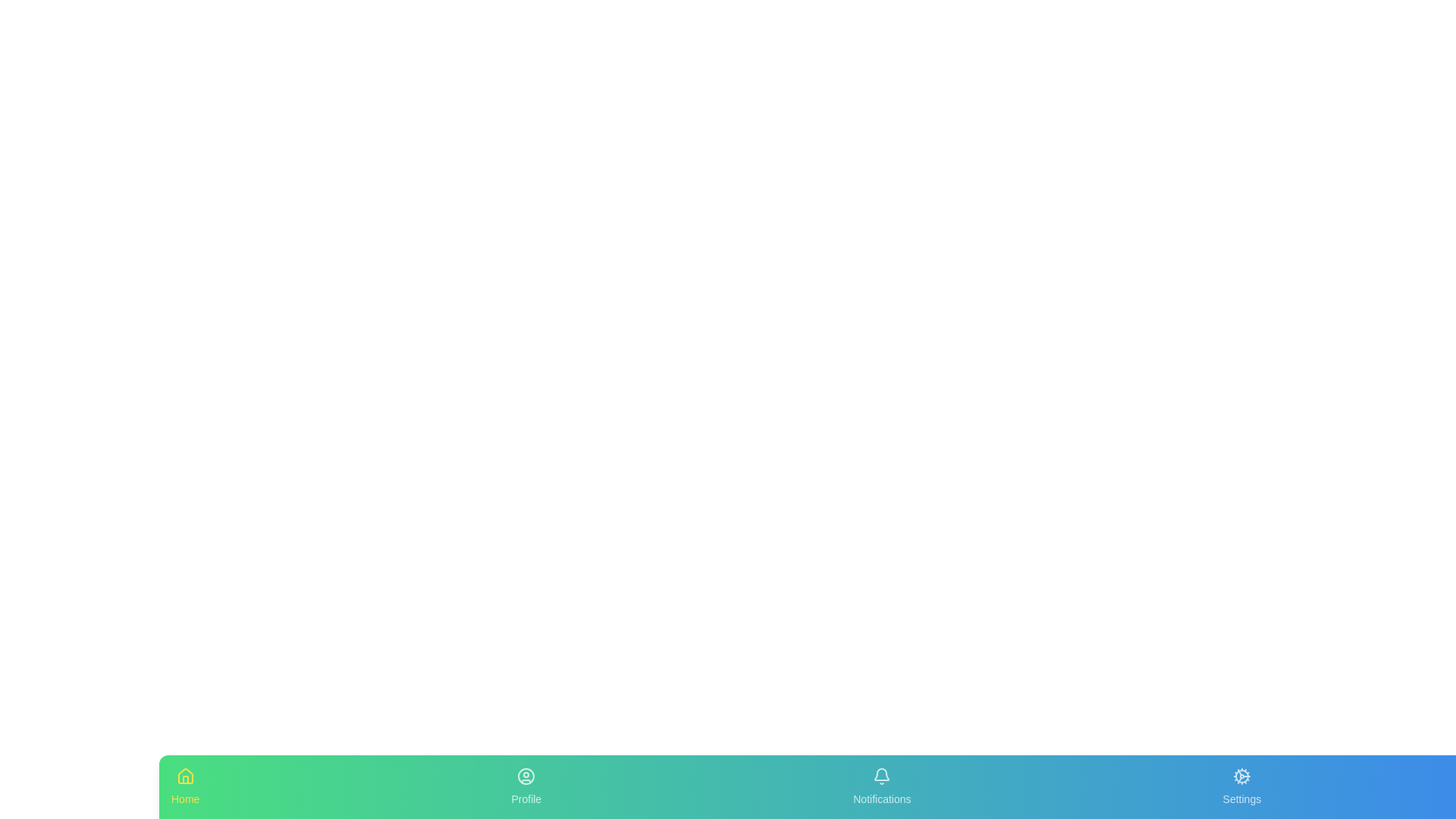 Image resolution: width=1456 pixels, height=819 pixels. I want to click on the Home tab in the bottom navigation, so click(184, 786).